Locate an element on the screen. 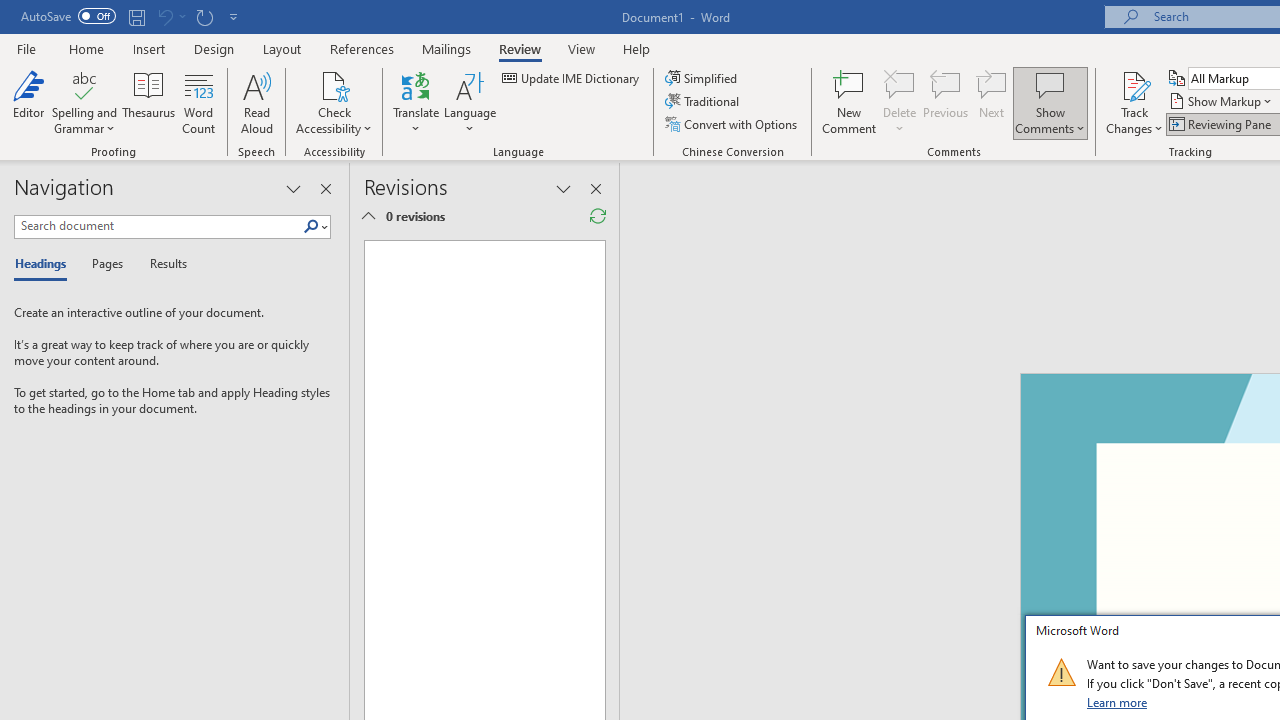 The height and width of the screenshot is (720, 1280). 'Delete' is located at coordinates (899, 103).